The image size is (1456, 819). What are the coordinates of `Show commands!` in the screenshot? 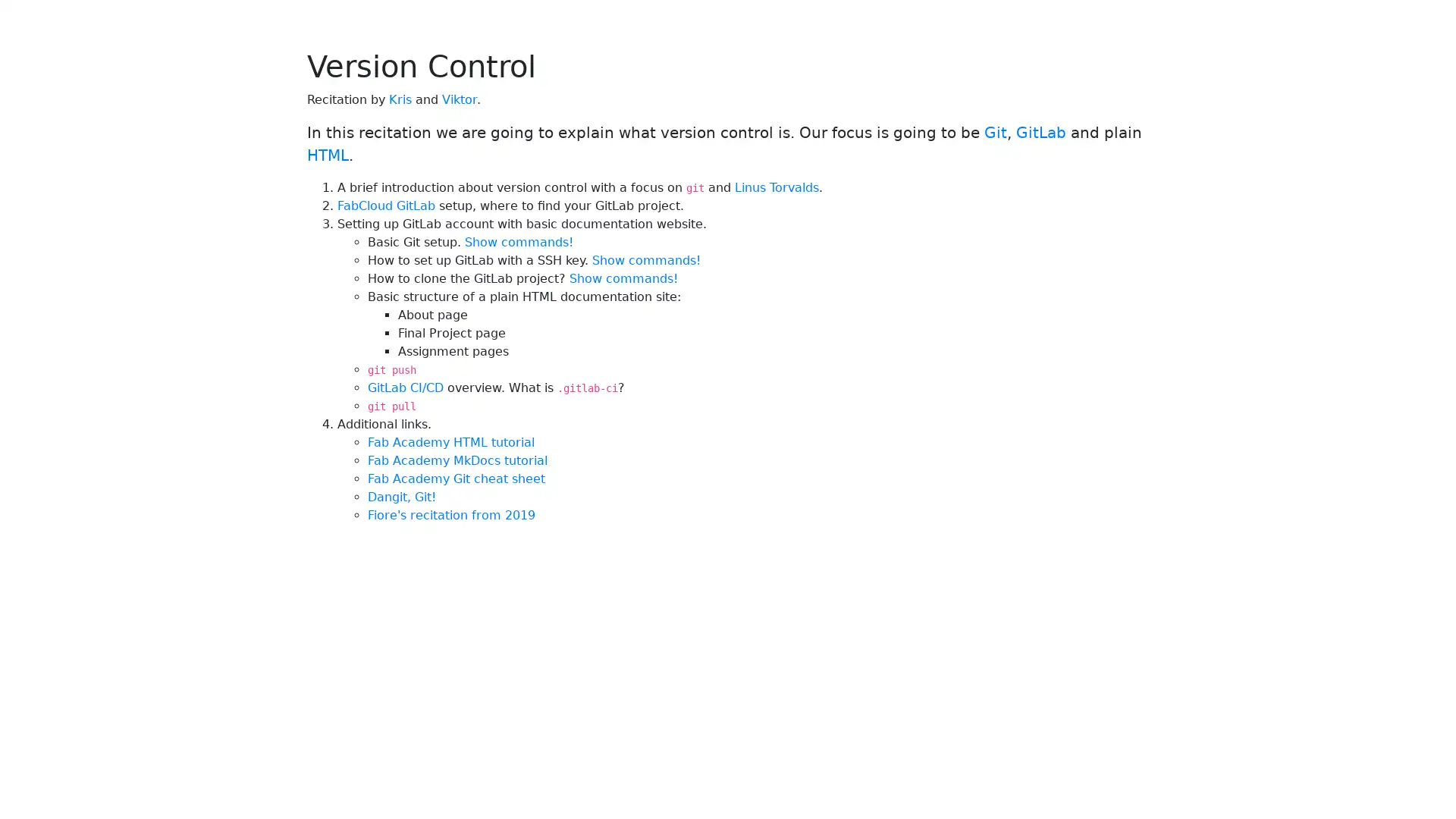 It's located at (519, 241).